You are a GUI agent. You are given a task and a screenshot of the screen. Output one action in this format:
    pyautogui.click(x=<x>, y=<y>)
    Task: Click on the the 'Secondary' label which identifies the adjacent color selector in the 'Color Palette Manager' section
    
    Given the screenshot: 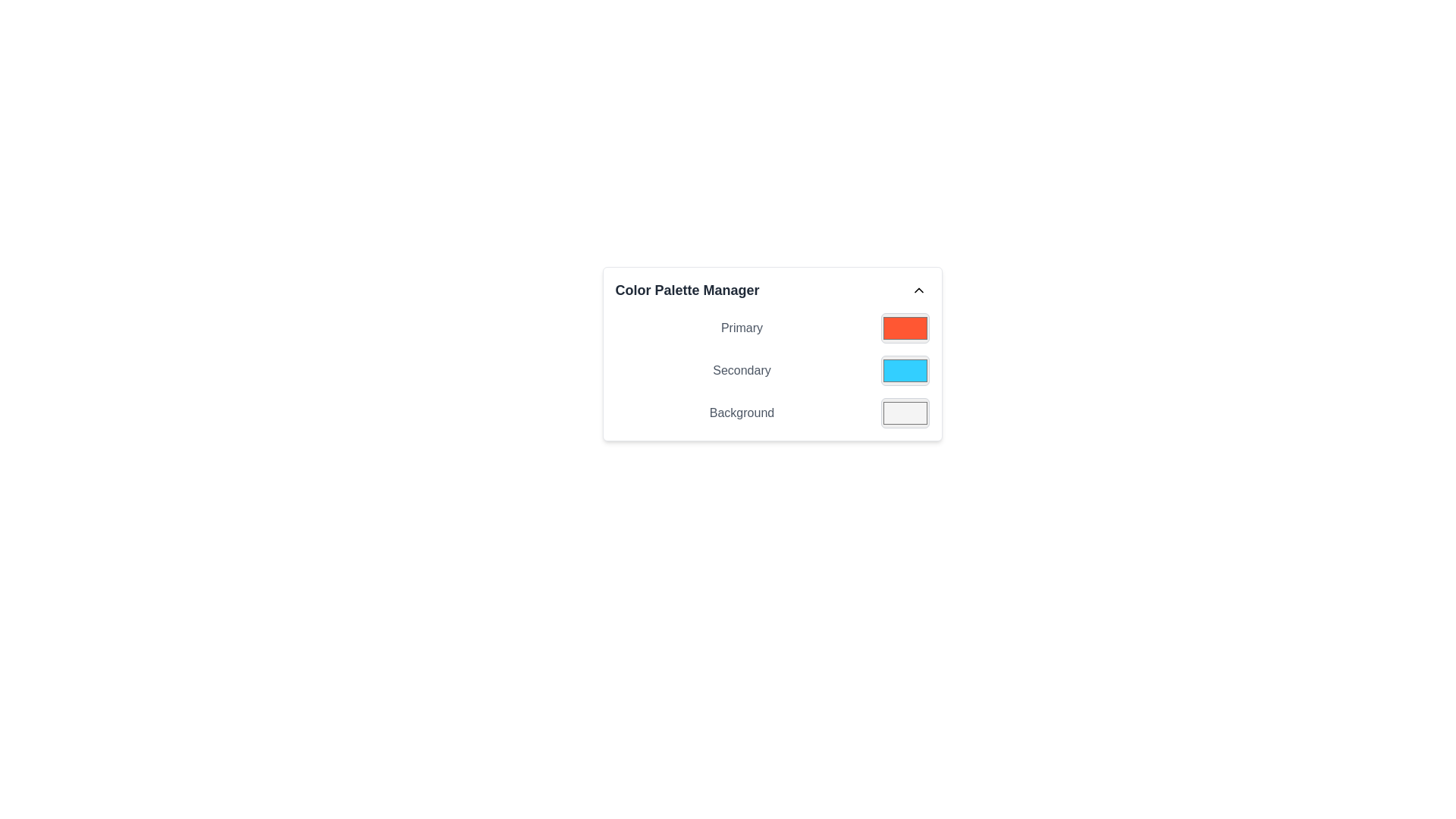 What is the action you would take?
    pyautogui.click(x=742, y=371)
    